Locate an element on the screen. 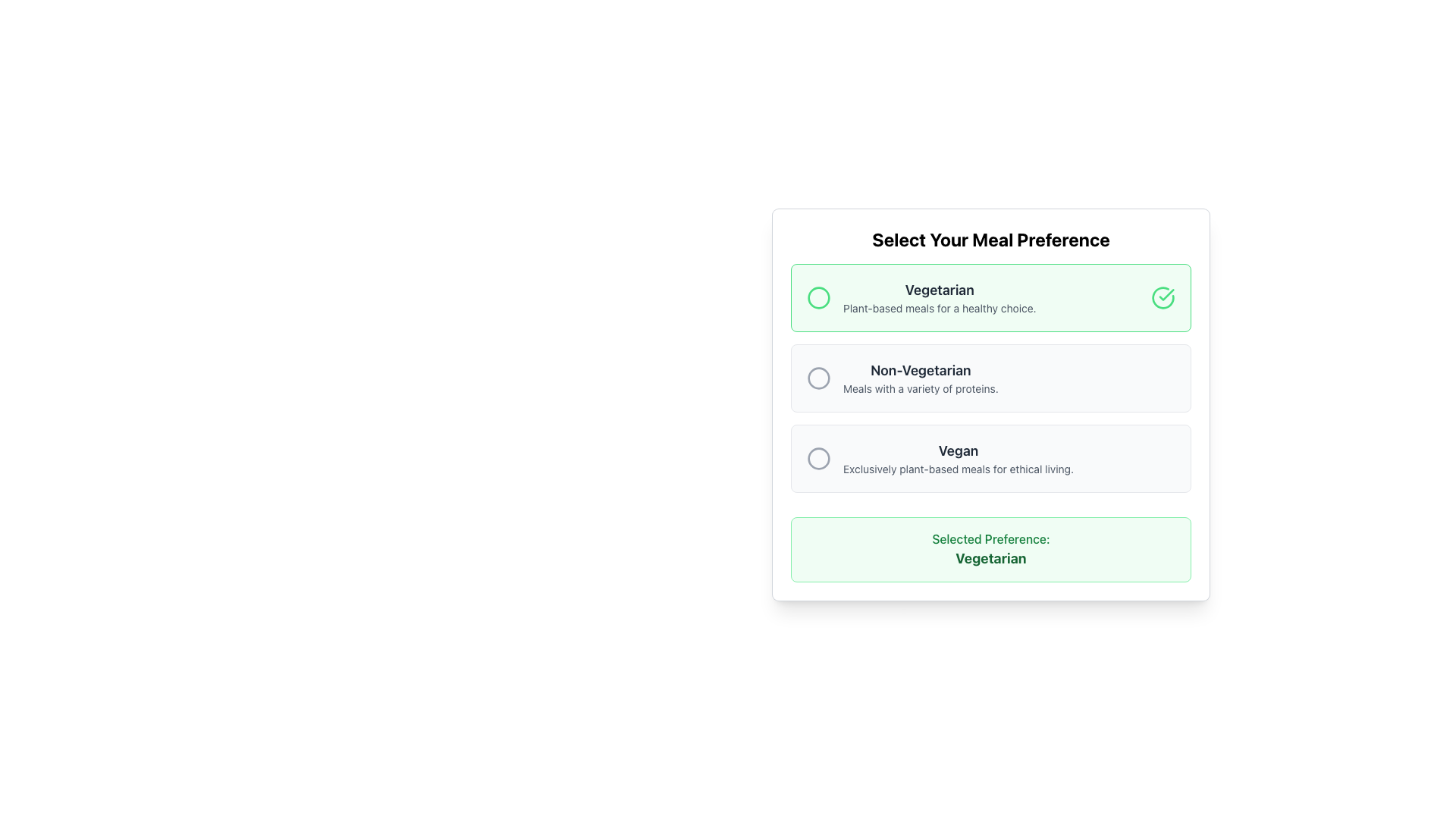 Image resolution: width=1456 pixels, height=819 pixels. the radio button on the Vegan card, which is the third option in the list of dietary preferences is located at coordinates (990, 458).